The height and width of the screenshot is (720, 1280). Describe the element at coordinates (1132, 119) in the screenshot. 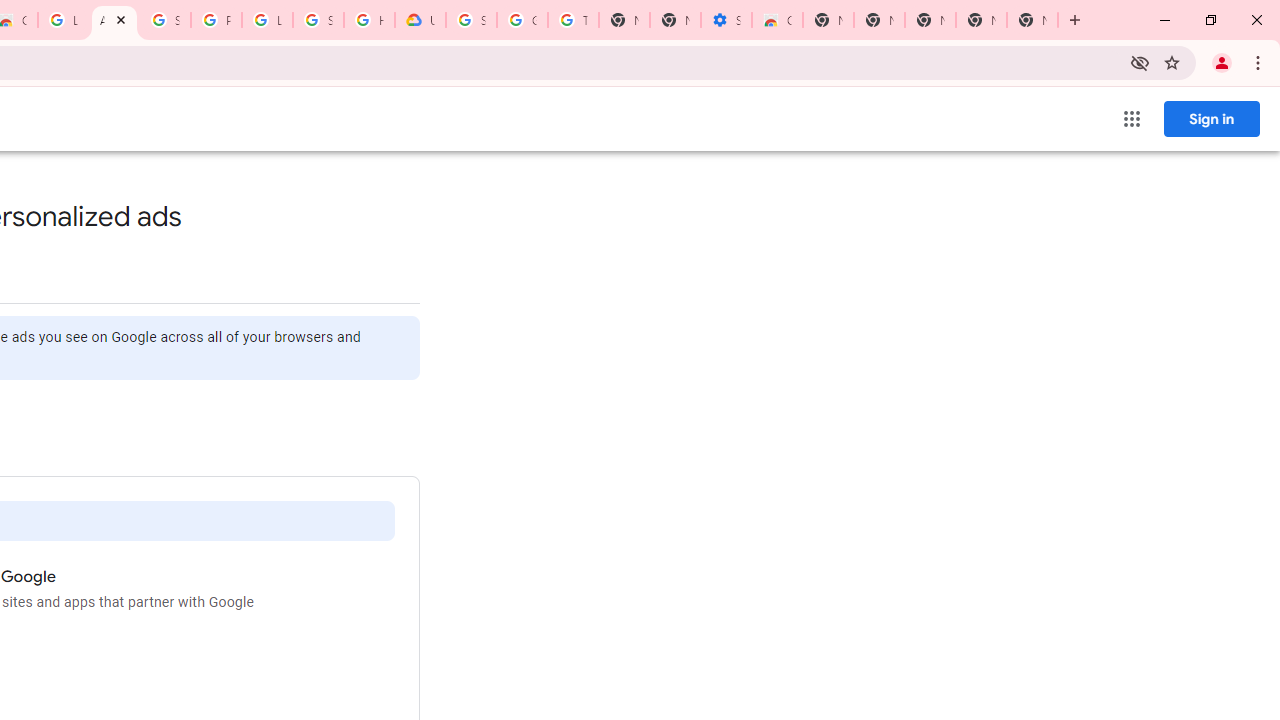

I see `'Google apps'` at that location.